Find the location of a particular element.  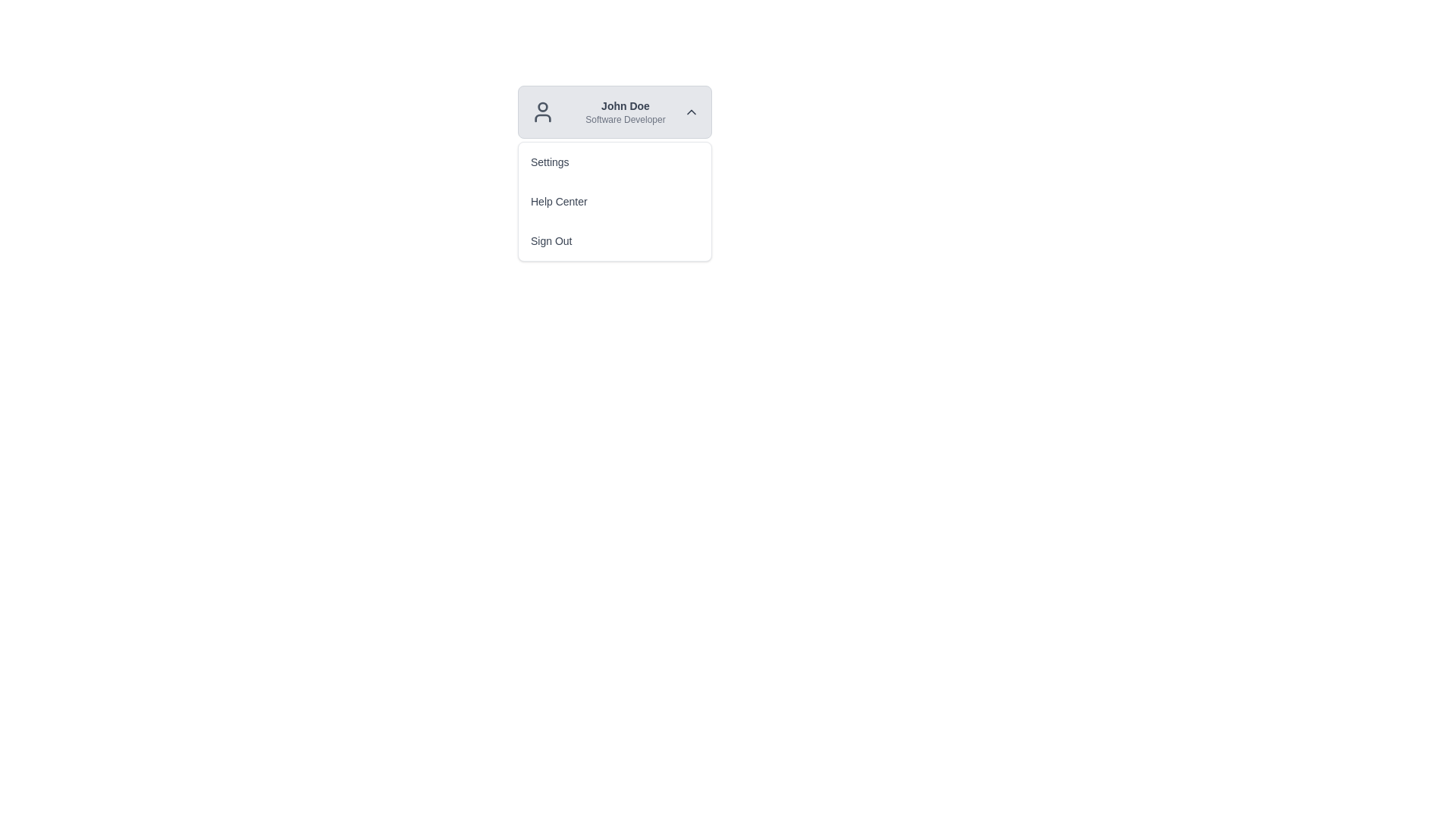

the static text display showing 'John Doe' and 'Software Developer', located in the upper part of the dropdown menu structure is located at coordinates (626, 111).